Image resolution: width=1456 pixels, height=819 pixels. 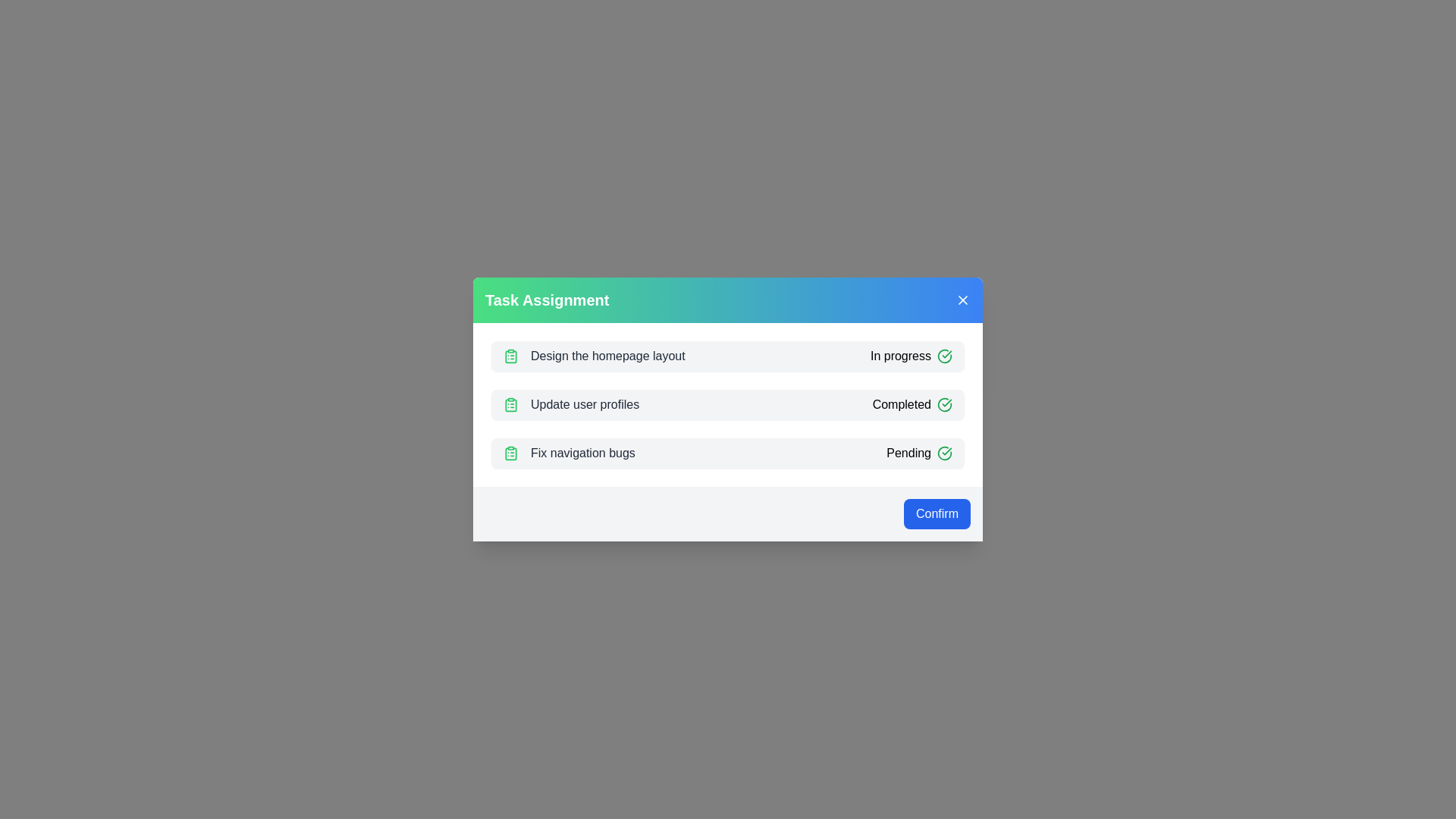 I want to click on the green circular icon with a check mark that indicates 'In progress', located at the right of the 'In progress' text, so click(x=944, y=356).